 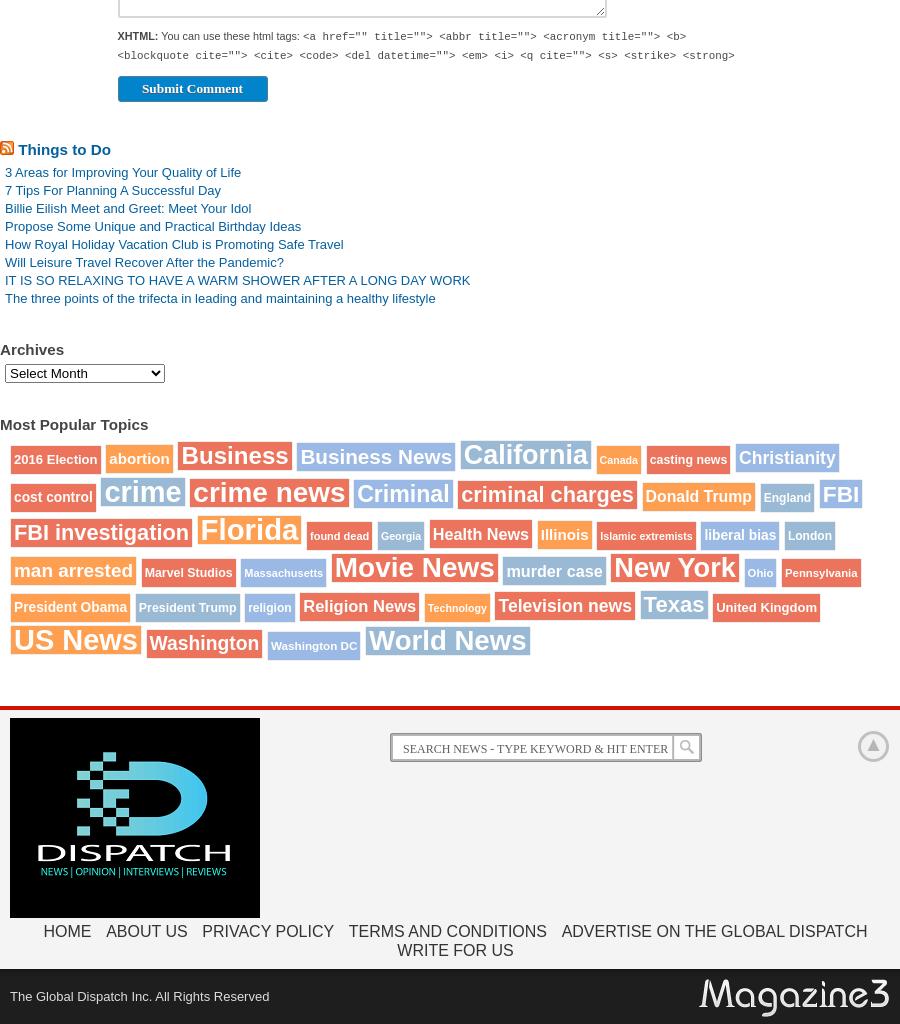 What do you see at coordinates (673, 604) in the screenshot?
I see `'Texas'` at bounding box center [673, 604].